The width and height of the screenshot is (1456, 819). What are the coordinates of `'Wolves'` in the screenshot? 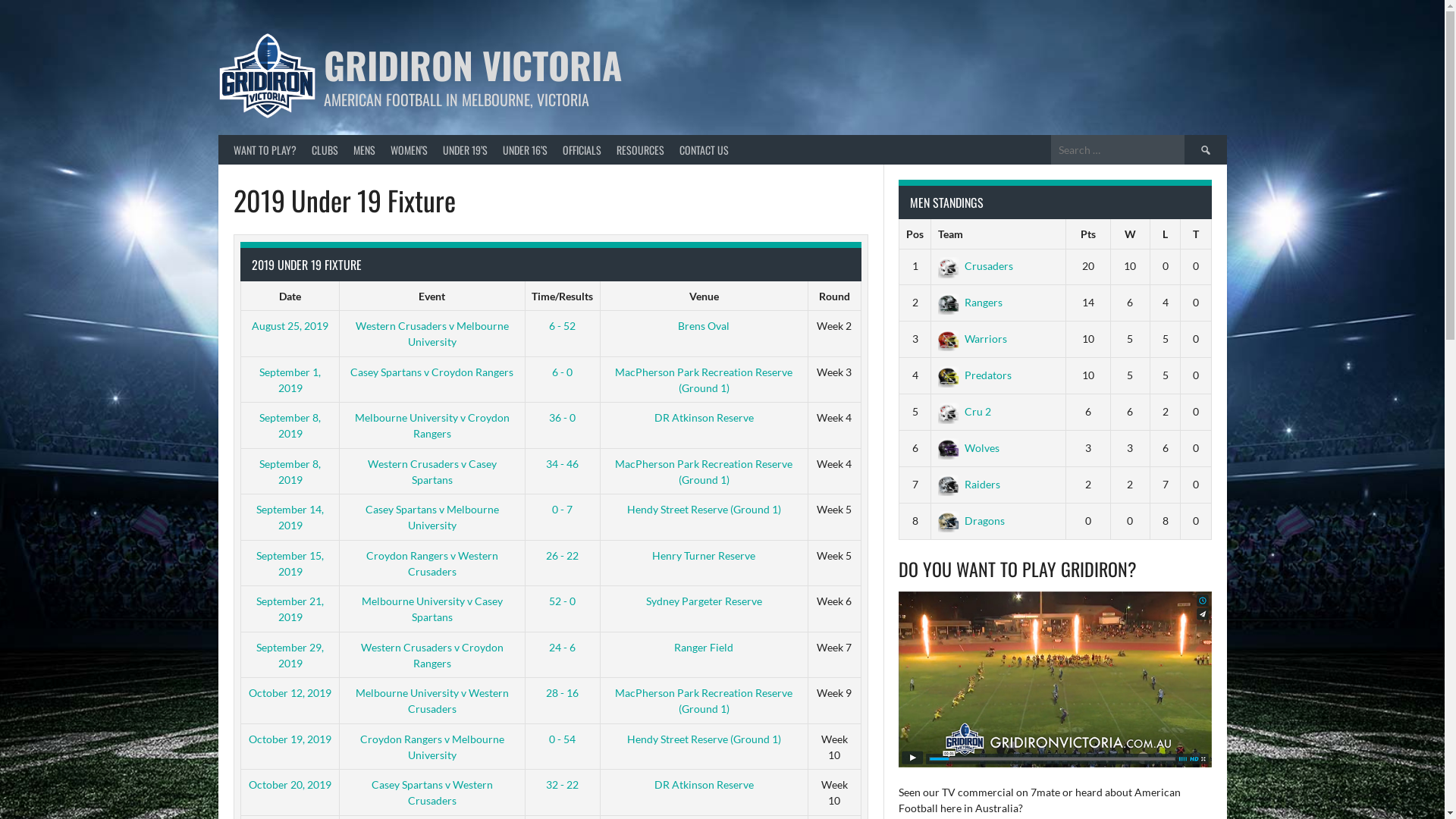 It's located at (968, 447).